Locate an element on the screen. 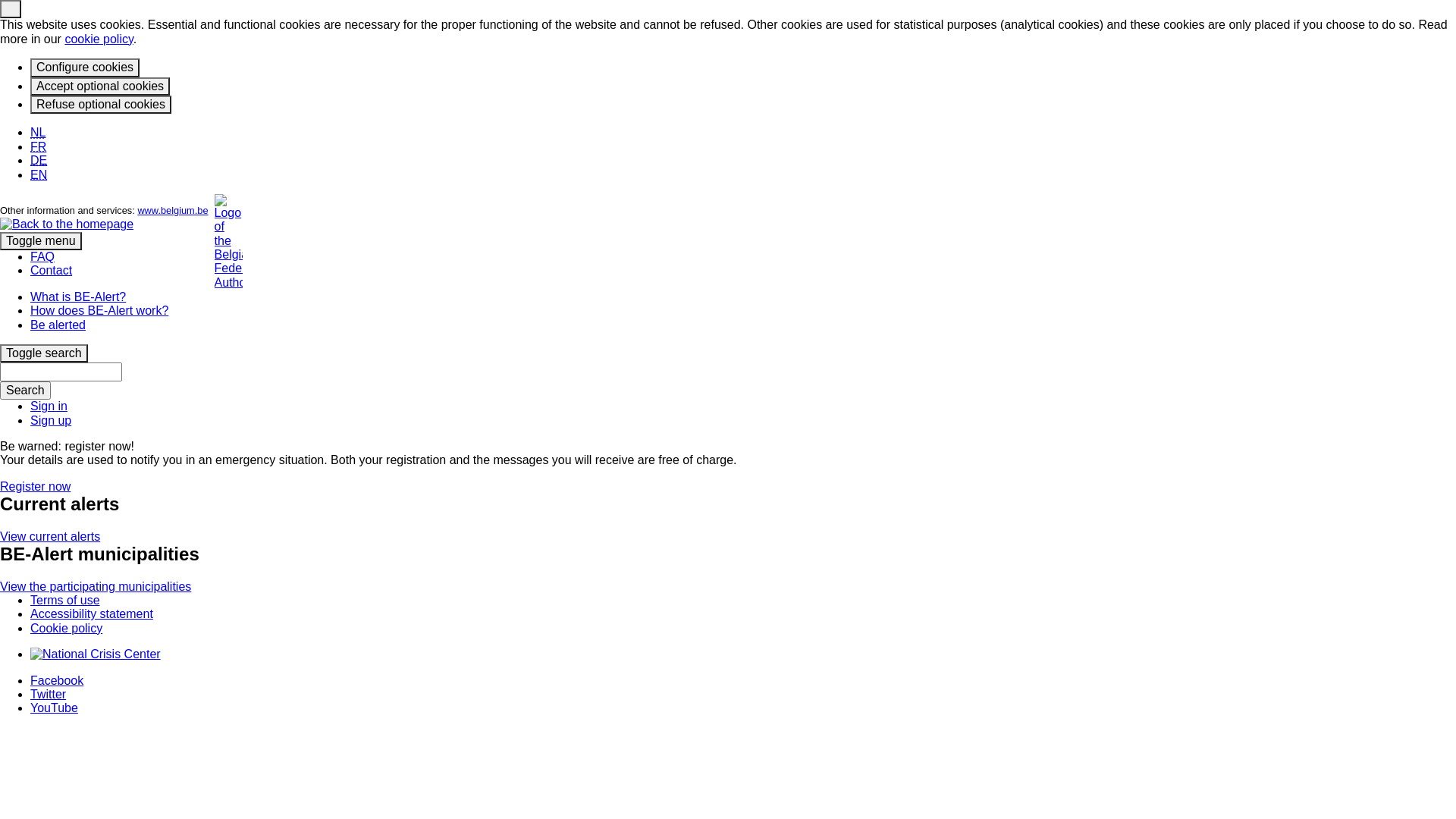 This screenshot has width=1456, height=819. 'Close' is located at coordinates (11, 8).